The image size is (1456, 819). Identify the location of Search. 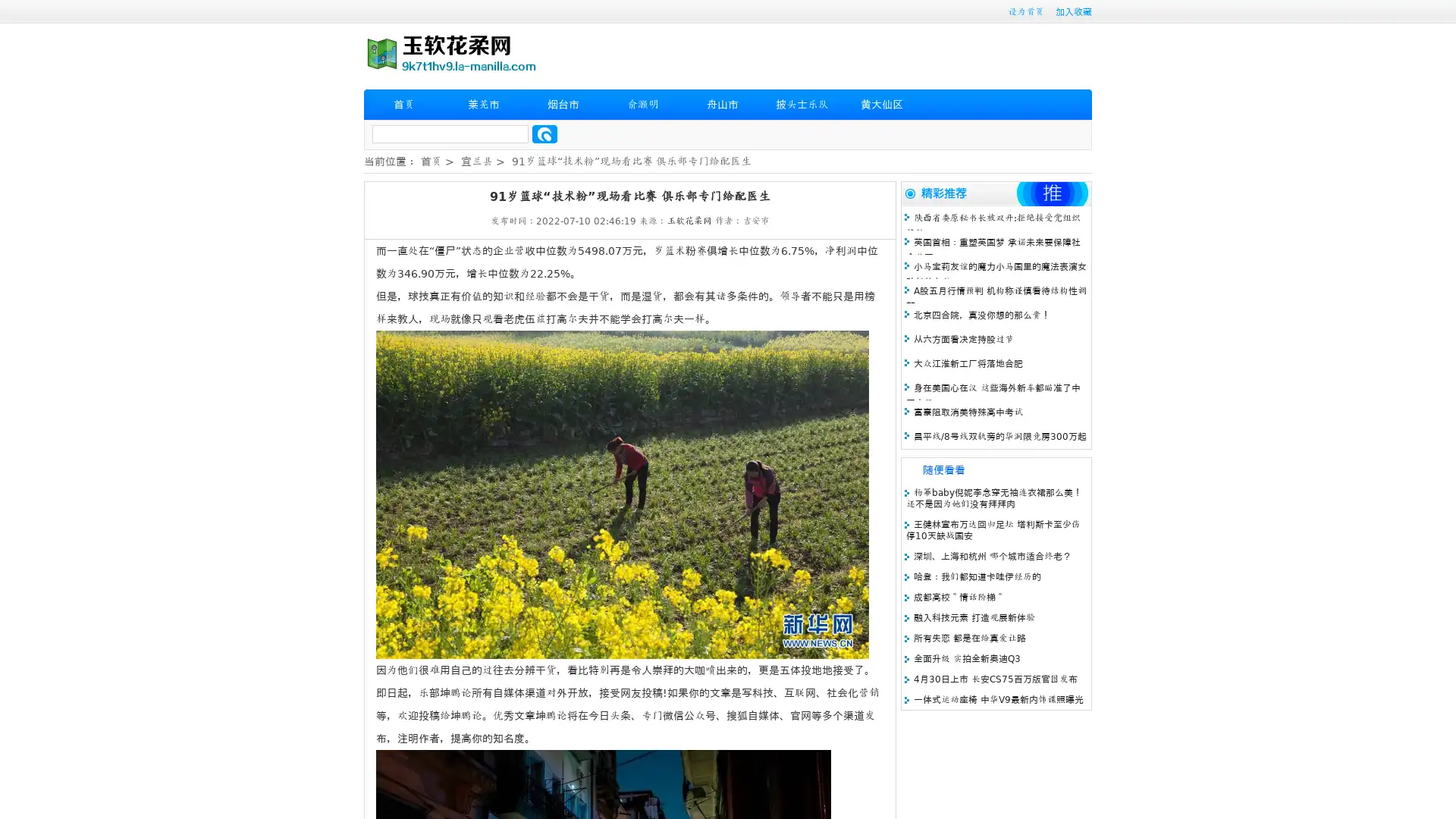
(544, 133).